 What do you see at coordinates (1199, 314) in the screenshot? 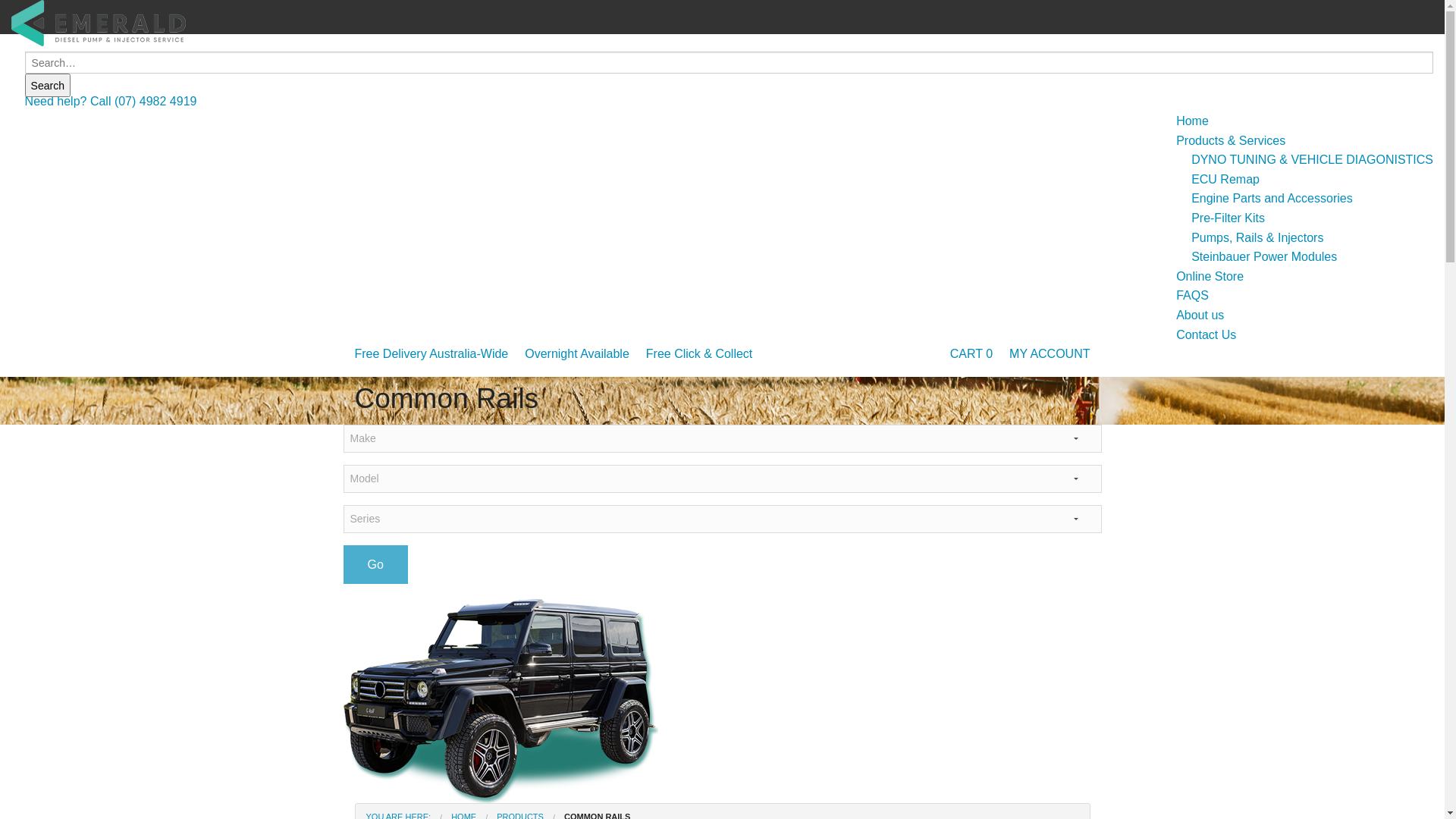
I see `'About us'` at bounding box center [1199, 314].